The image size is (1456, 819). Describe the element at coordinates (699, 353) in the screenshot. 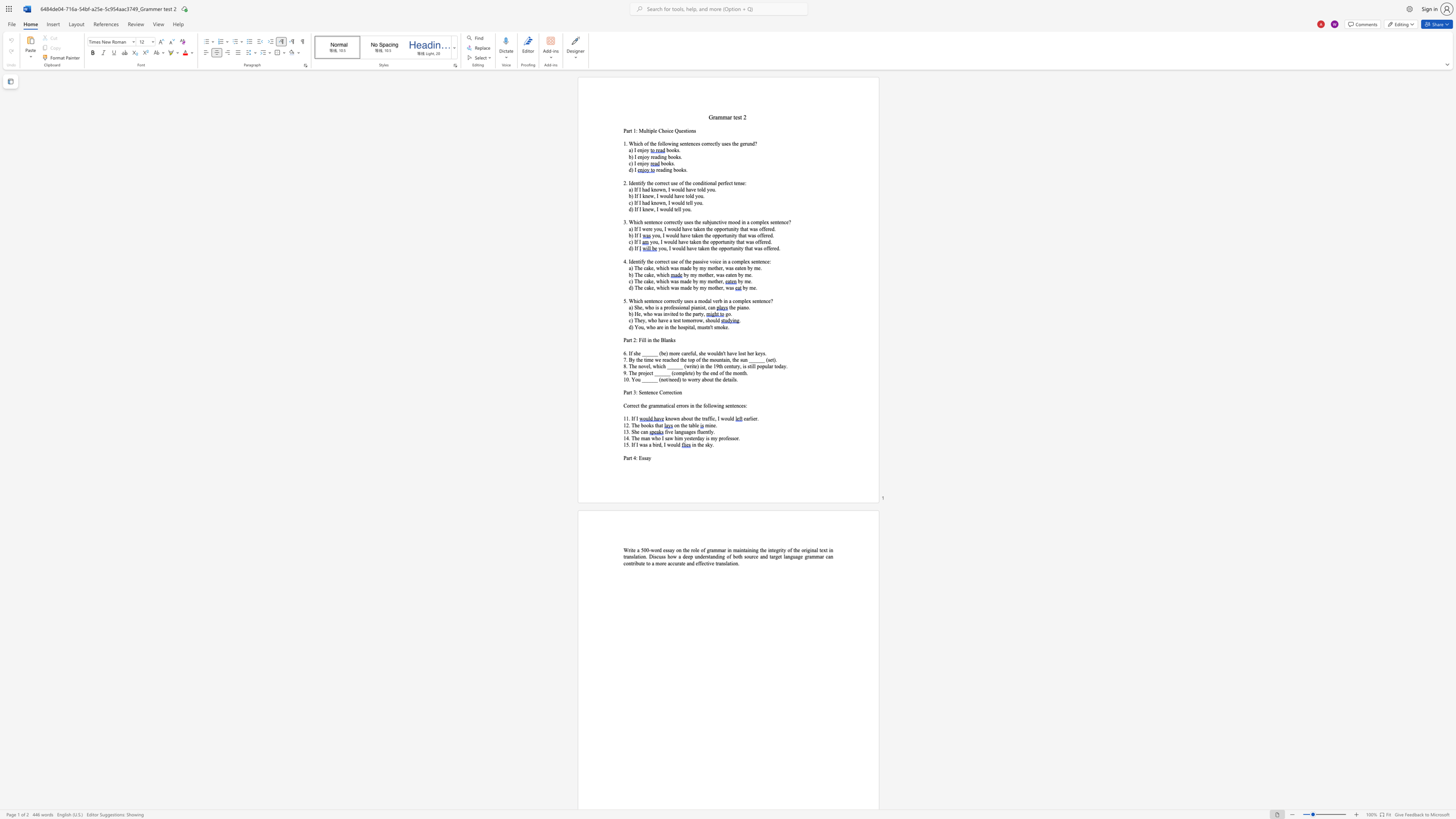

I see `the subset text "she" within the text "6. If she ______ (be) more careful, she"` at that location.